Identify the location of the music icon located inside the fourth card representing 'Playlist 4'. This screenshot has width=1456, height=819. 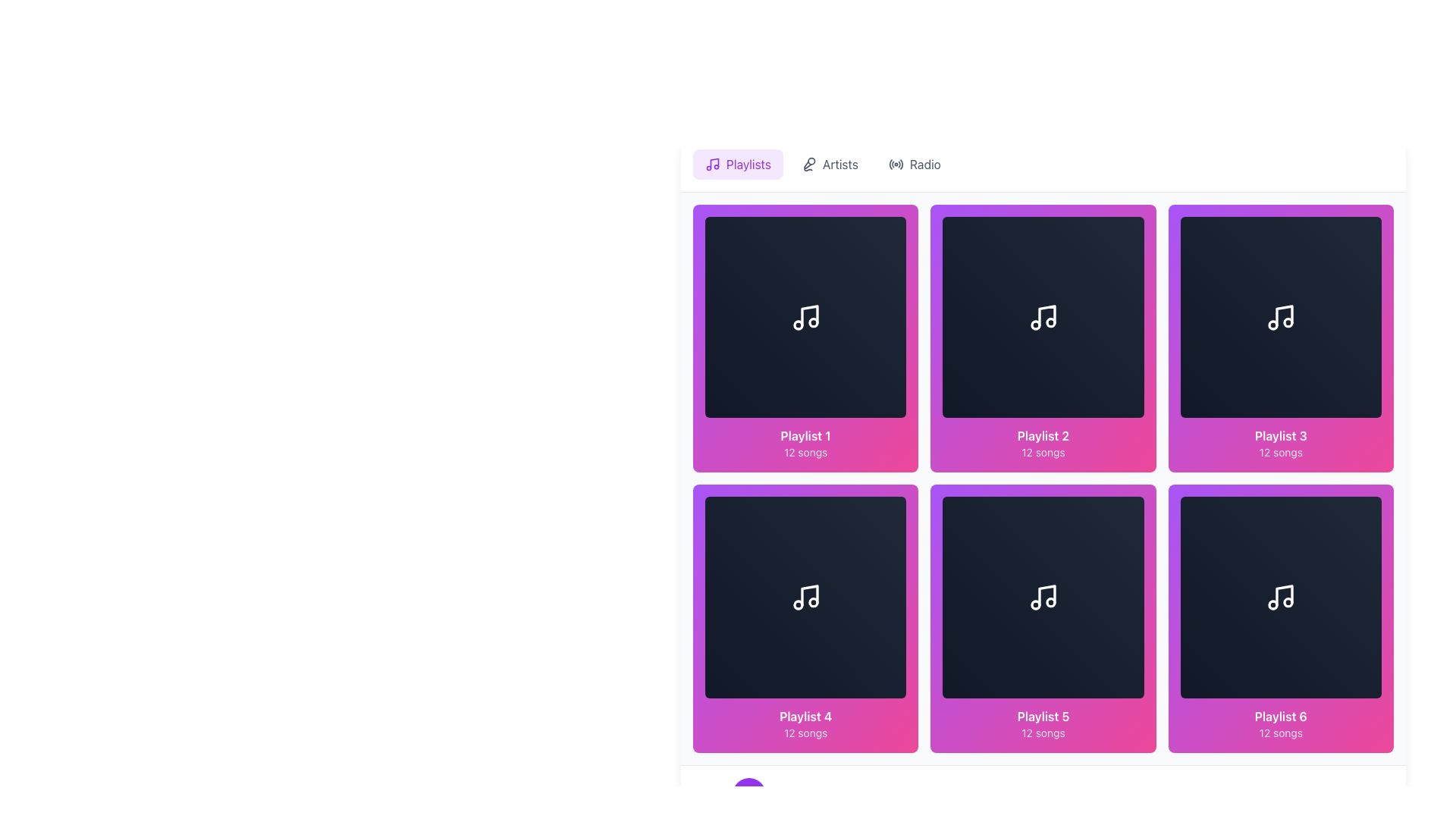
(808, 595).